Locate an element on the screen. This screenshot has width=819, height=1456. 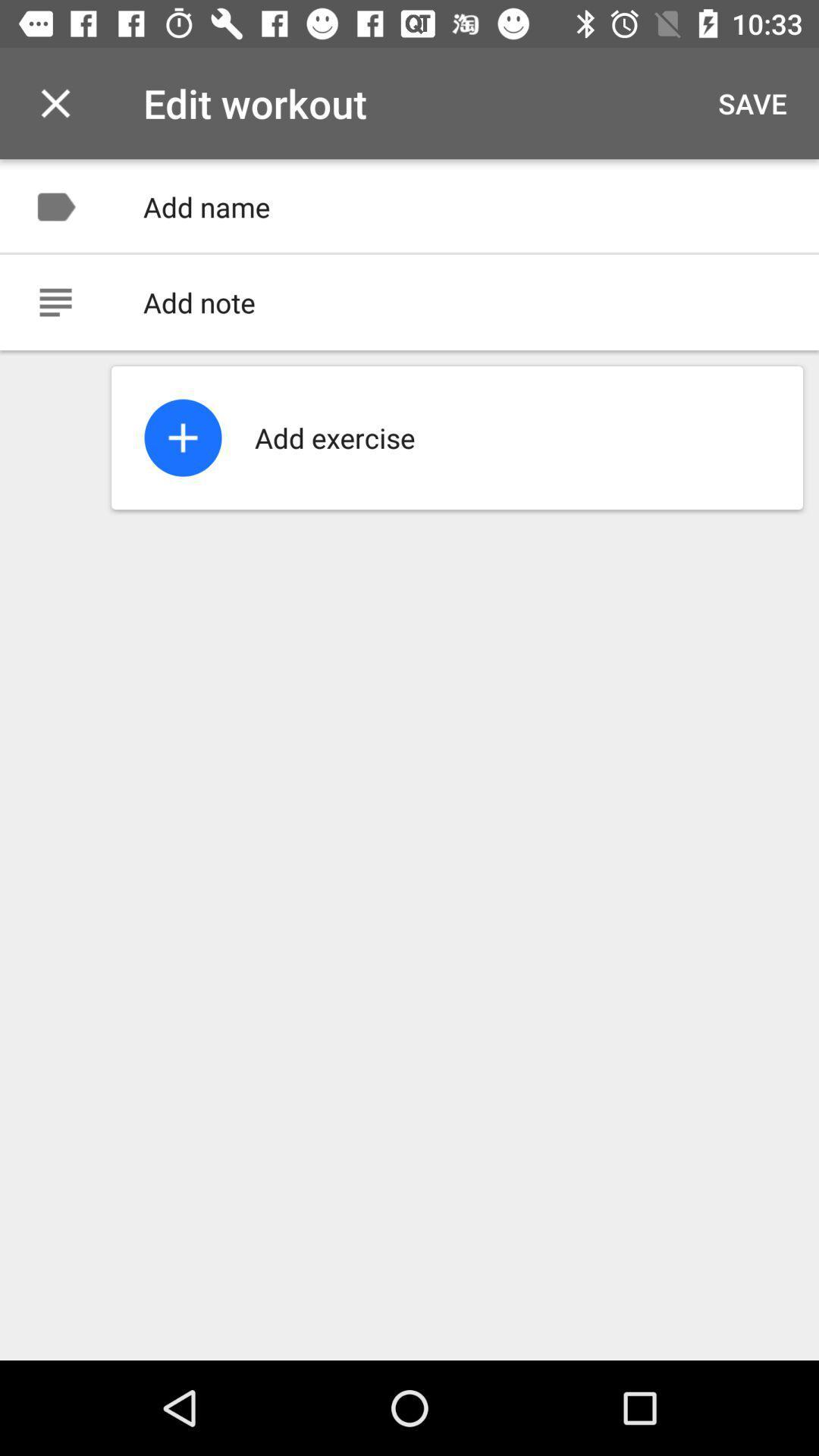
the save is located at coordinates (752, 102).